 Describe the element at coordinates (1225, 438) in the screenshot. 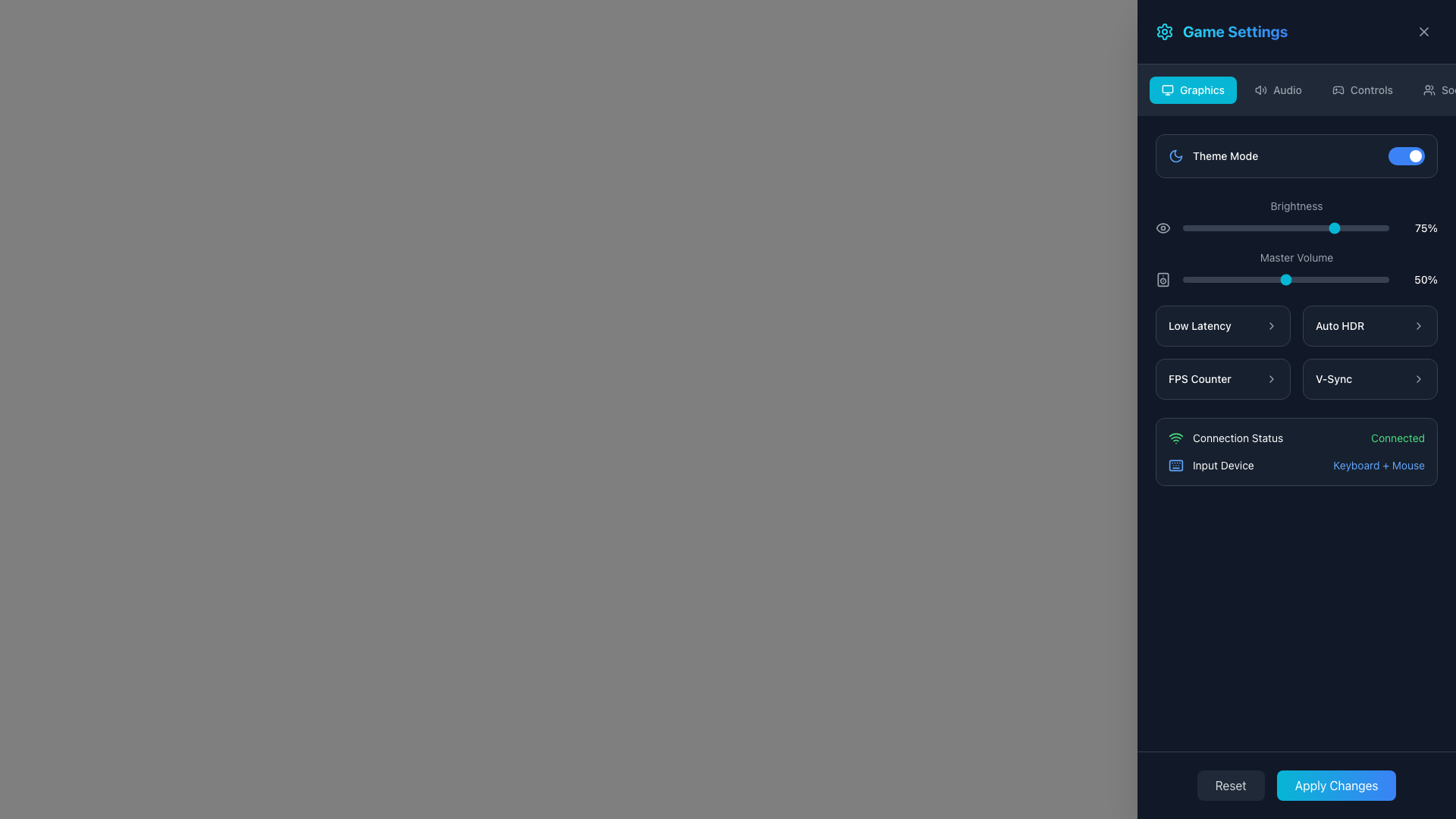

I see `the 'Connection Status' label which includes a green Wi-Fi icon, positioned to the left of the 'Connected' text` at that location.